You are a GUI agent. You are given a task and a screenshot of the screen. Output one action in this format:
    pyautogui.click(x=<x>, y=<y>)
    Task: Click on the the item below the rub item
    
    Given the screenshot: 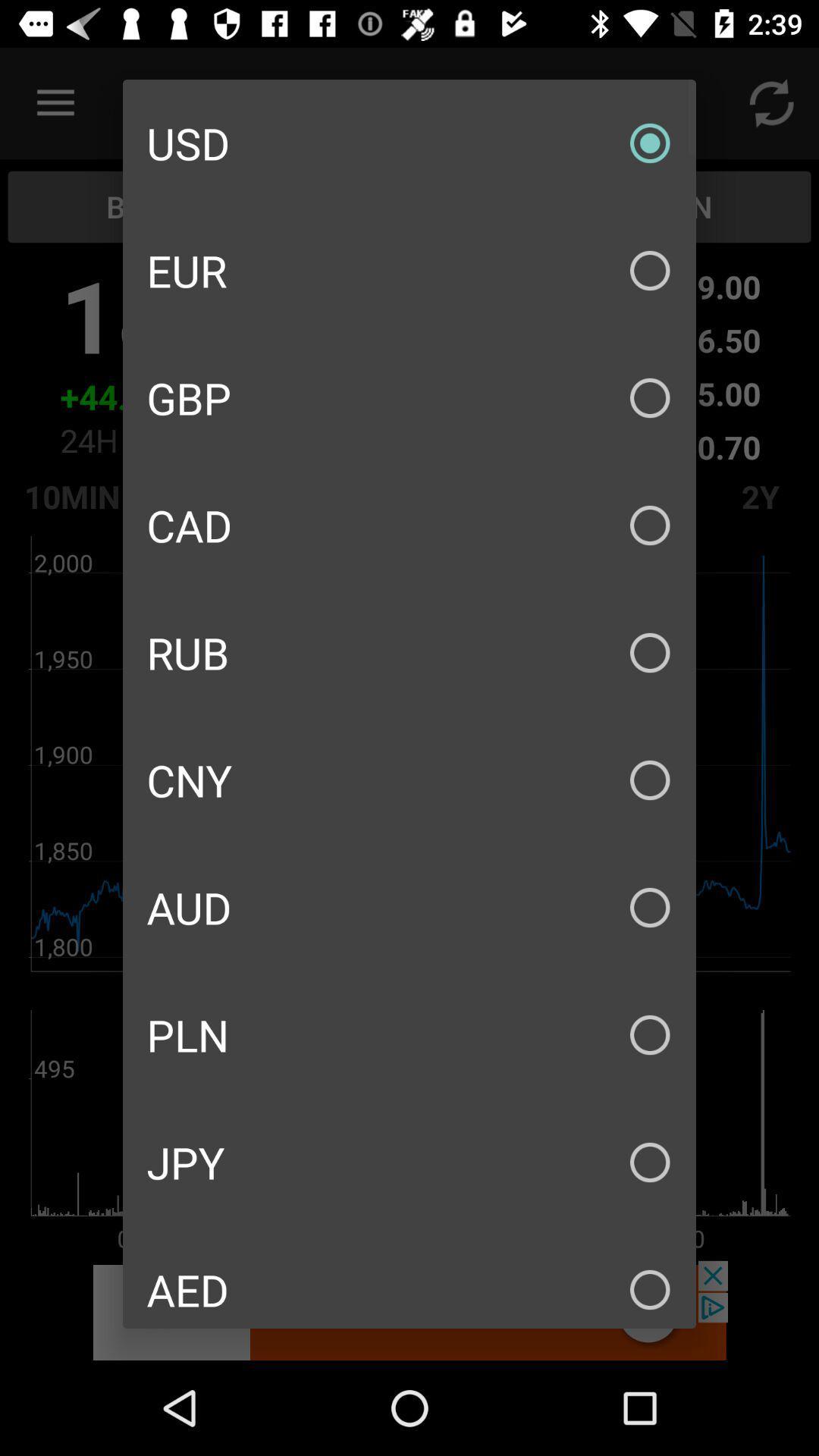 What is the action you would take?
    pyautogui.click(x=409, y=780)
    